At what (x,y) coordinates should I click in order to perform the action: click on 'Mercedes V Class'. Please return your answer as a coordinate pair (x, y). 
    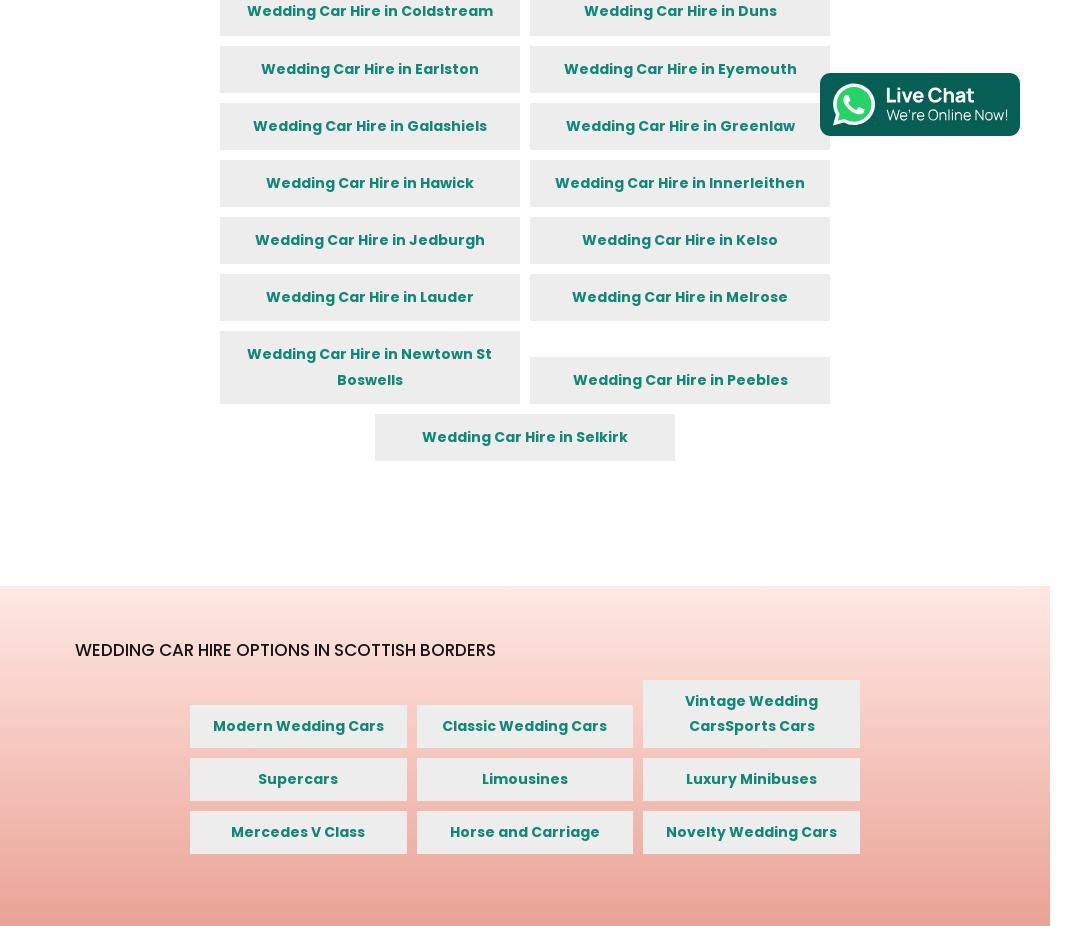
    Looking at the image, I should click on (296, 832).